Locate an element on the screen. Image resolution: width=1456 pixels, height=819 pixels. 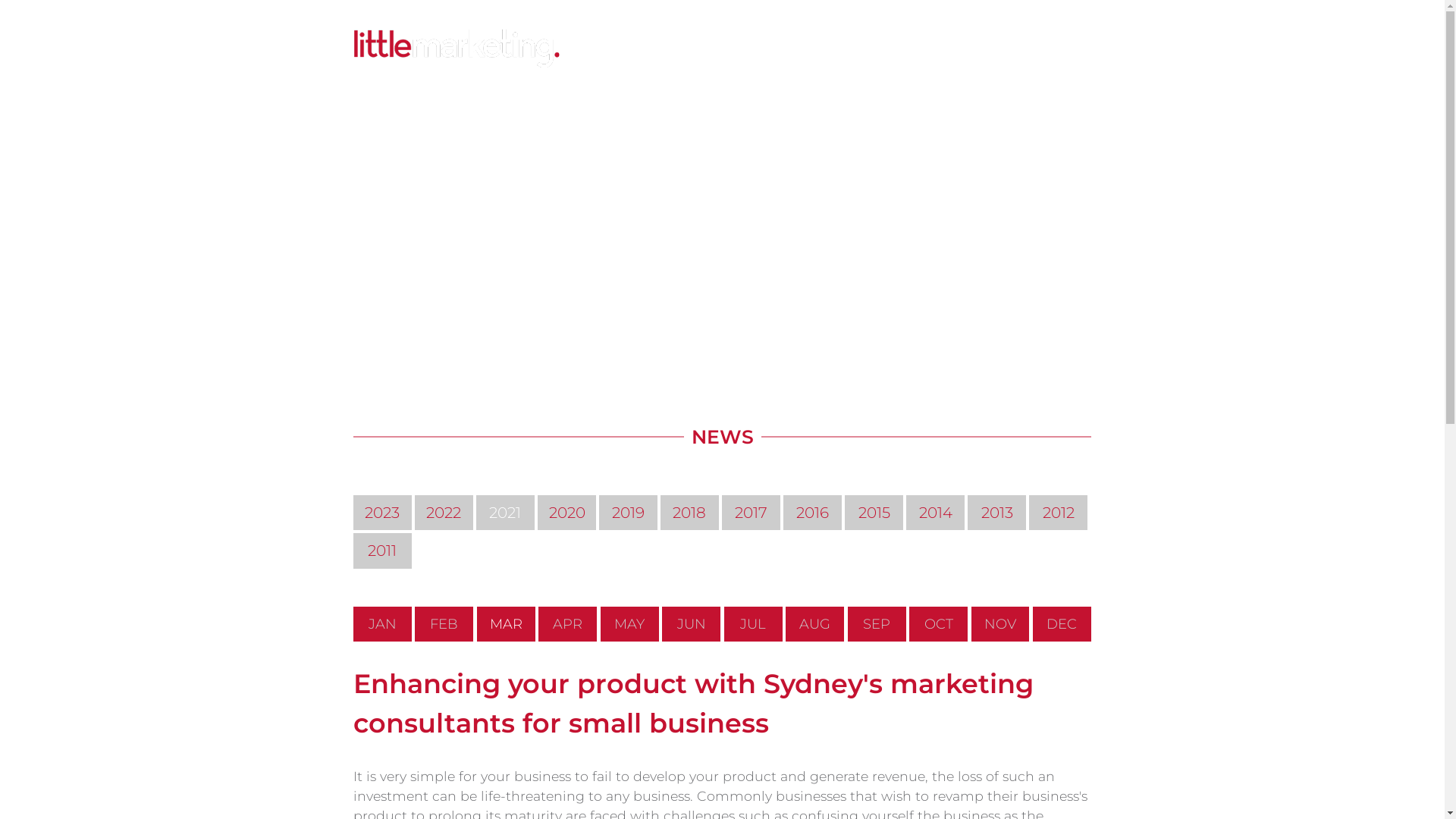
'MAR' is located at coordinates (506, 623).